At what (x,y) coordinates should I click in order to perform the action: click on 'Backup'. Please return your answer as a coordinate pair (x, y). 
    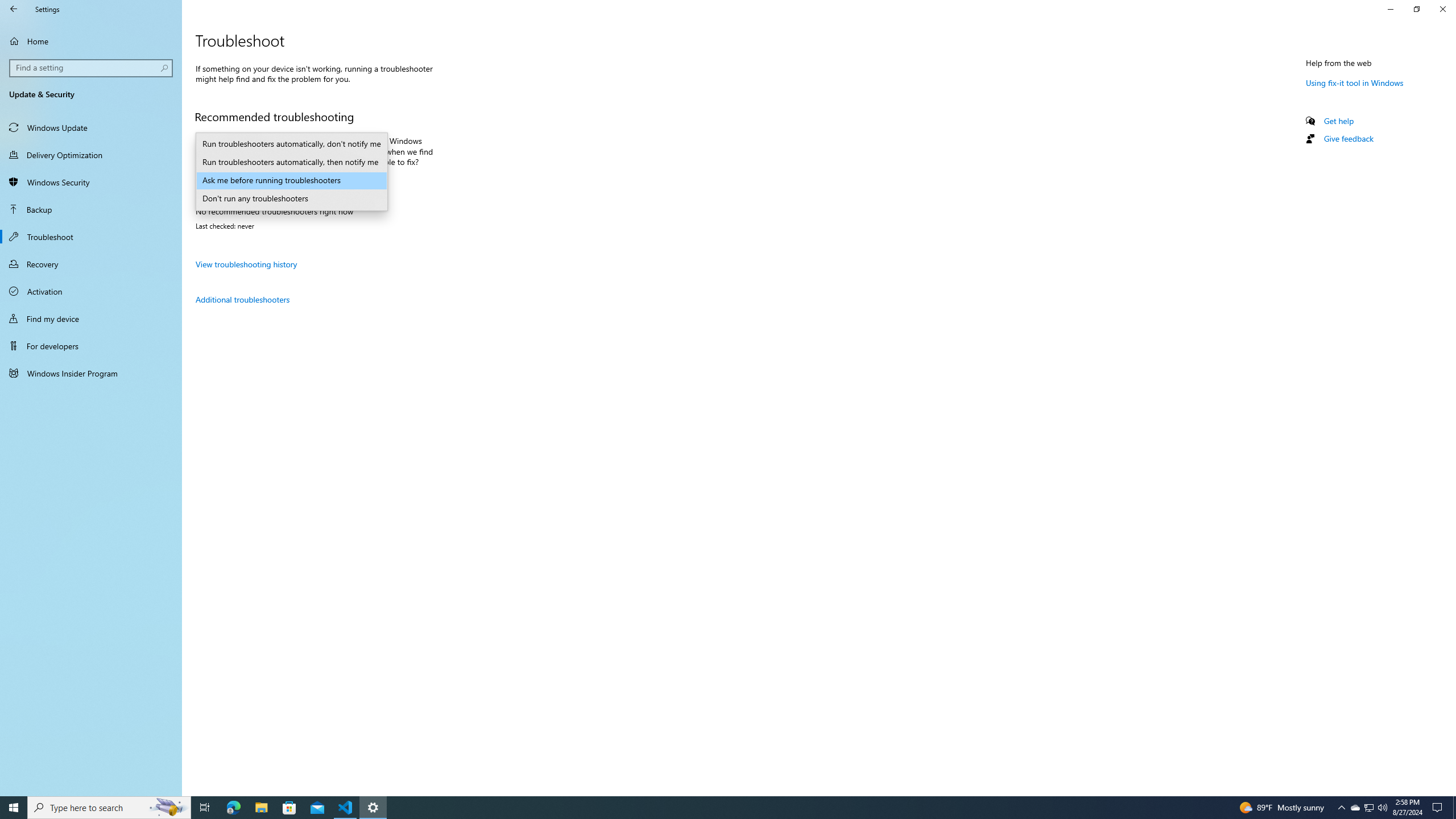
    Looking at the image, I should click on (90, 209).